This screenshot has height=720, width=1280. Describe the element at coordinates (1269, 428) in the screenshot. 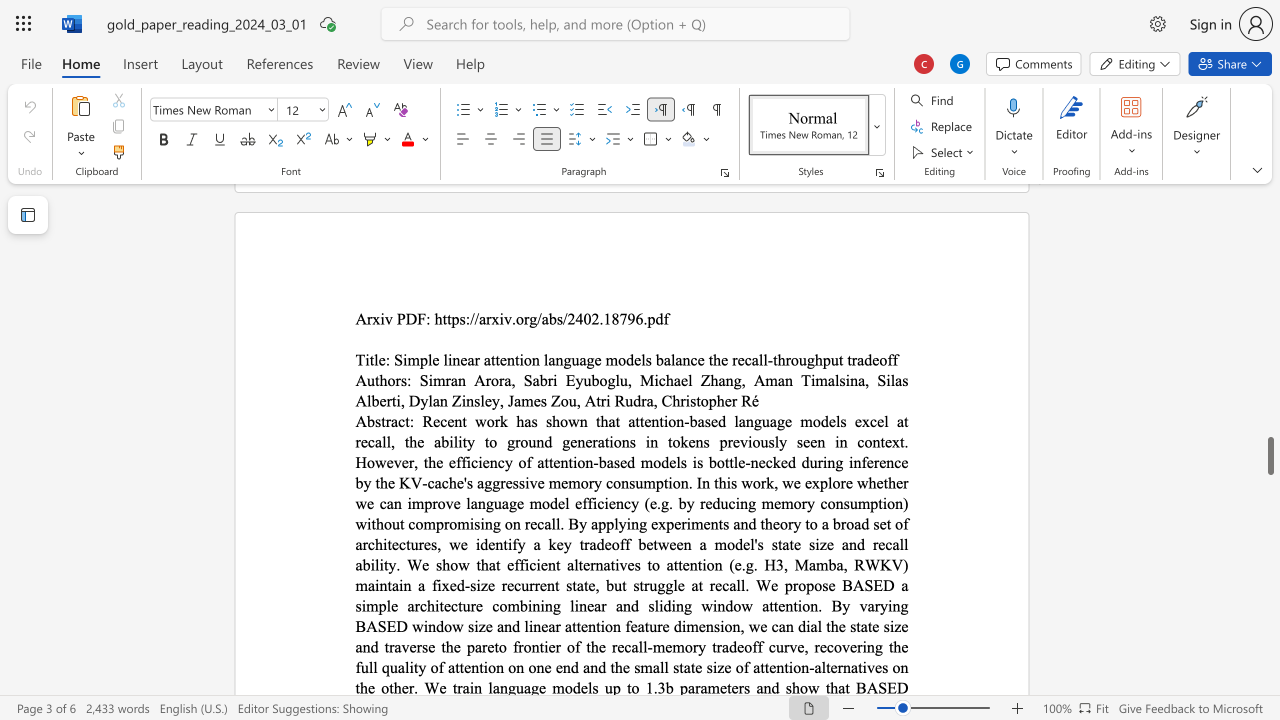

I see `the scrollbar on the right` at that location.